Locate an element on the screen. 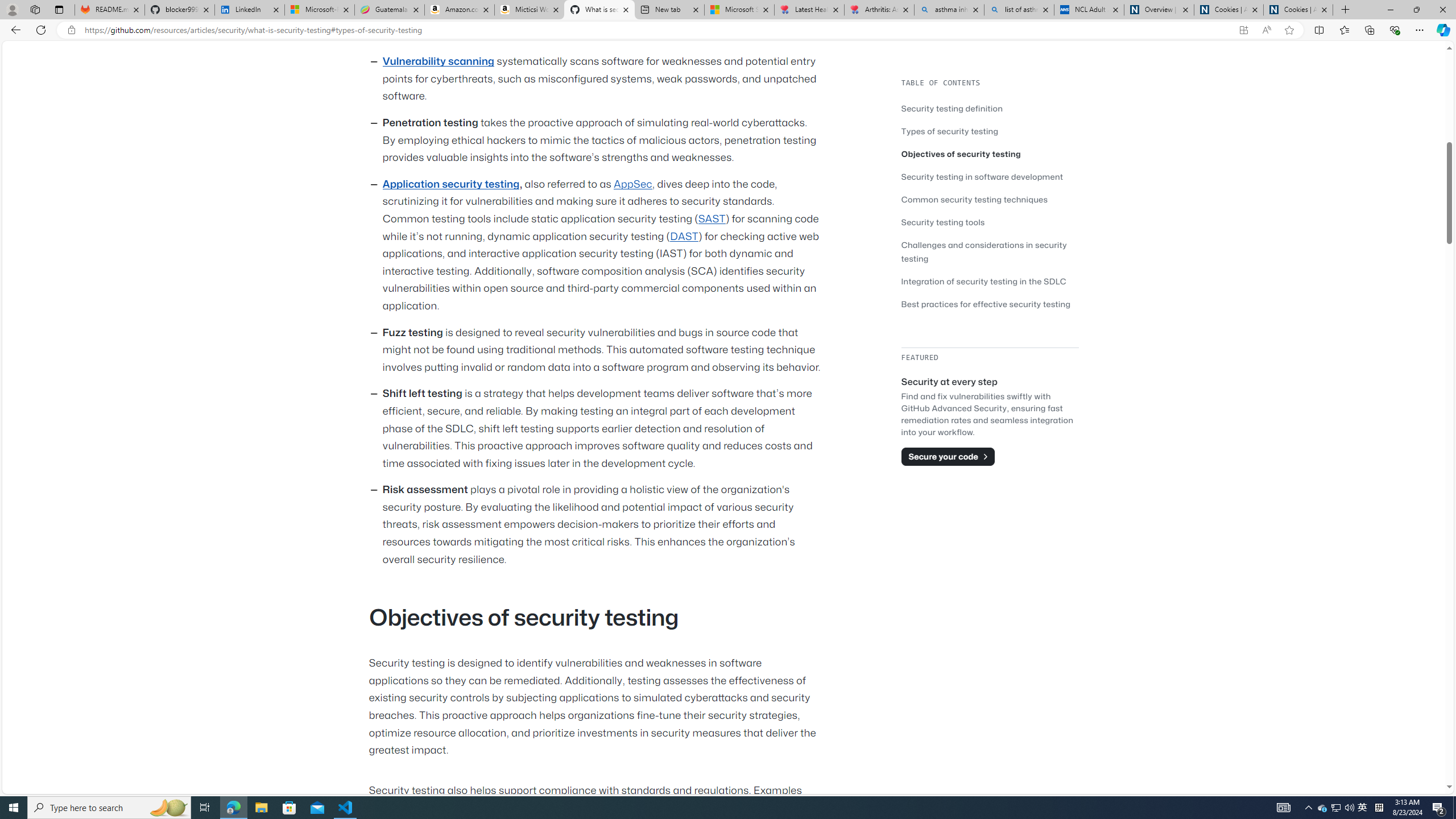 The image size is (1456, 819). 'Application security testing' is located at coordinates (450, 184).